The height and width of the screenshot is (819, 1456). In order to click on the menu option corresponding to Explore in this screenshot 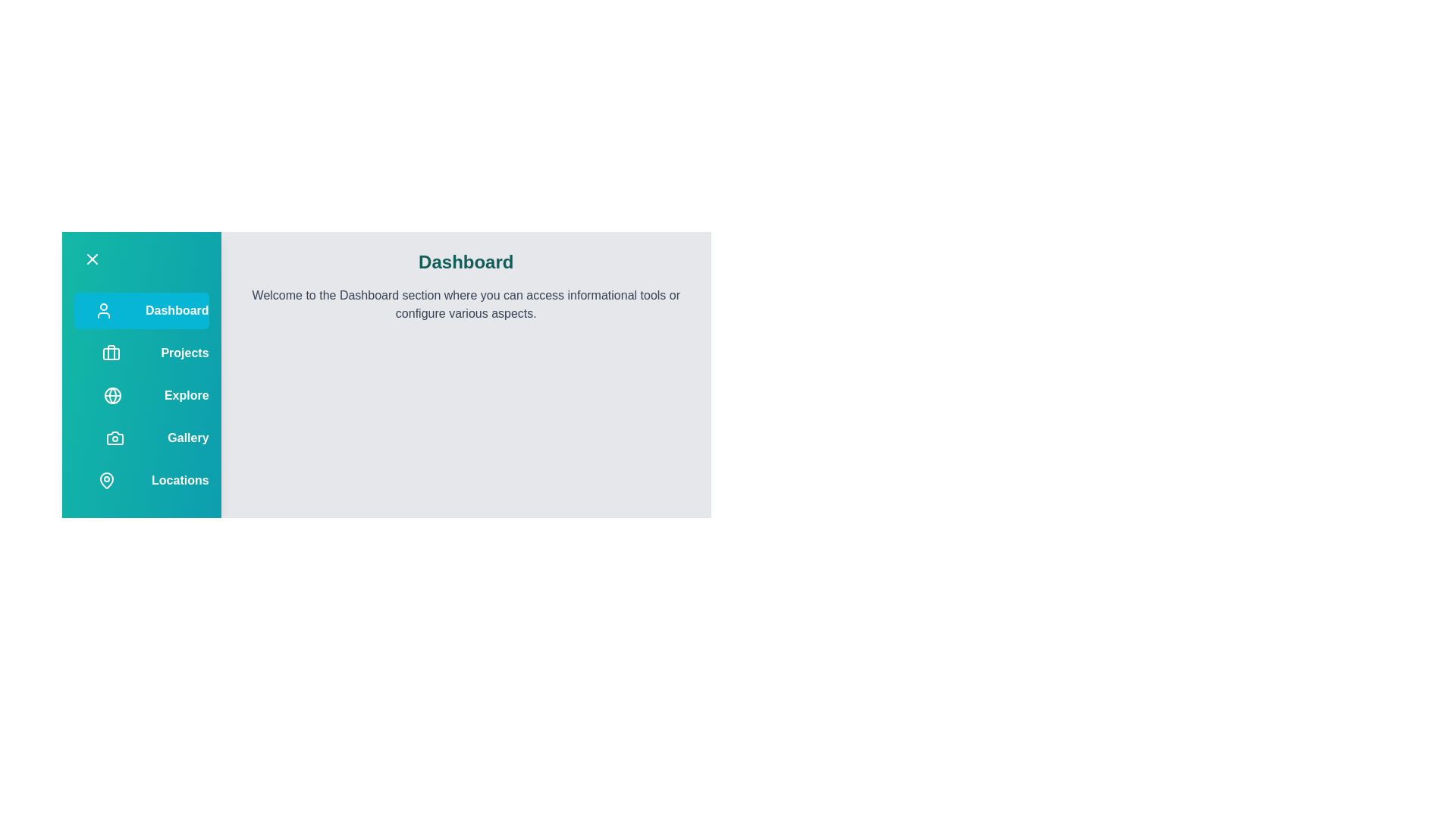, I will do `click(111, 394)`.